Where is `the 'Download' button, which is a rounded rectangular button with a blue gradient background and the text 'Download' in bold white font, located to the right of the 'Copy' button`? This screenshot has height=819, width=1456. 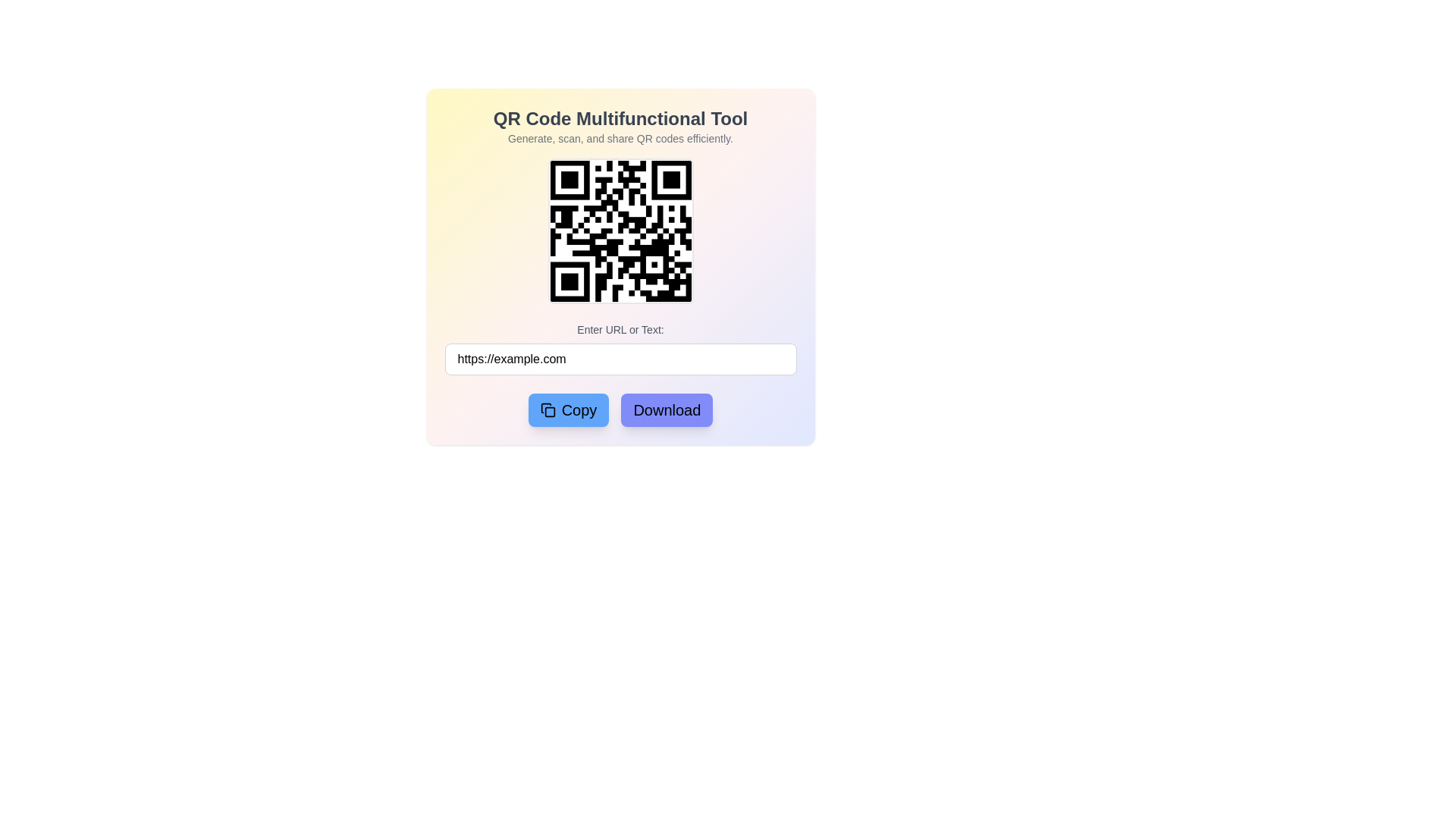 the 'Download' button, which is a rounded rectangular button with a blue gradient background and the text 'Download' in bold white font, located to the right of the 'Copy' button is located at coordinates (667, 409).